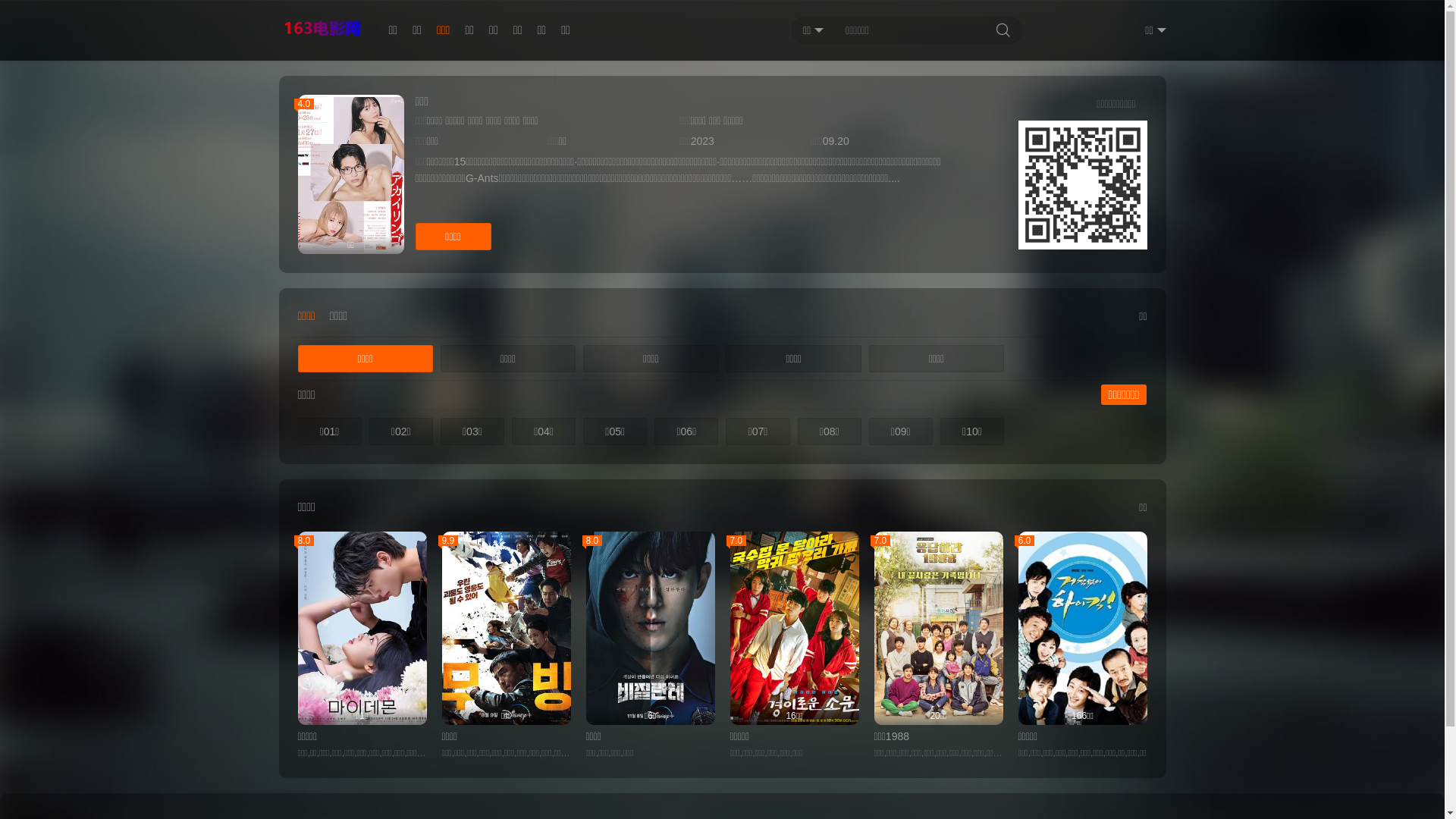 The height and width of the screenshot is (819, 1456). Describe the element at coordinates (690, 140) in the screenshot. I see `'2023'` at that location.